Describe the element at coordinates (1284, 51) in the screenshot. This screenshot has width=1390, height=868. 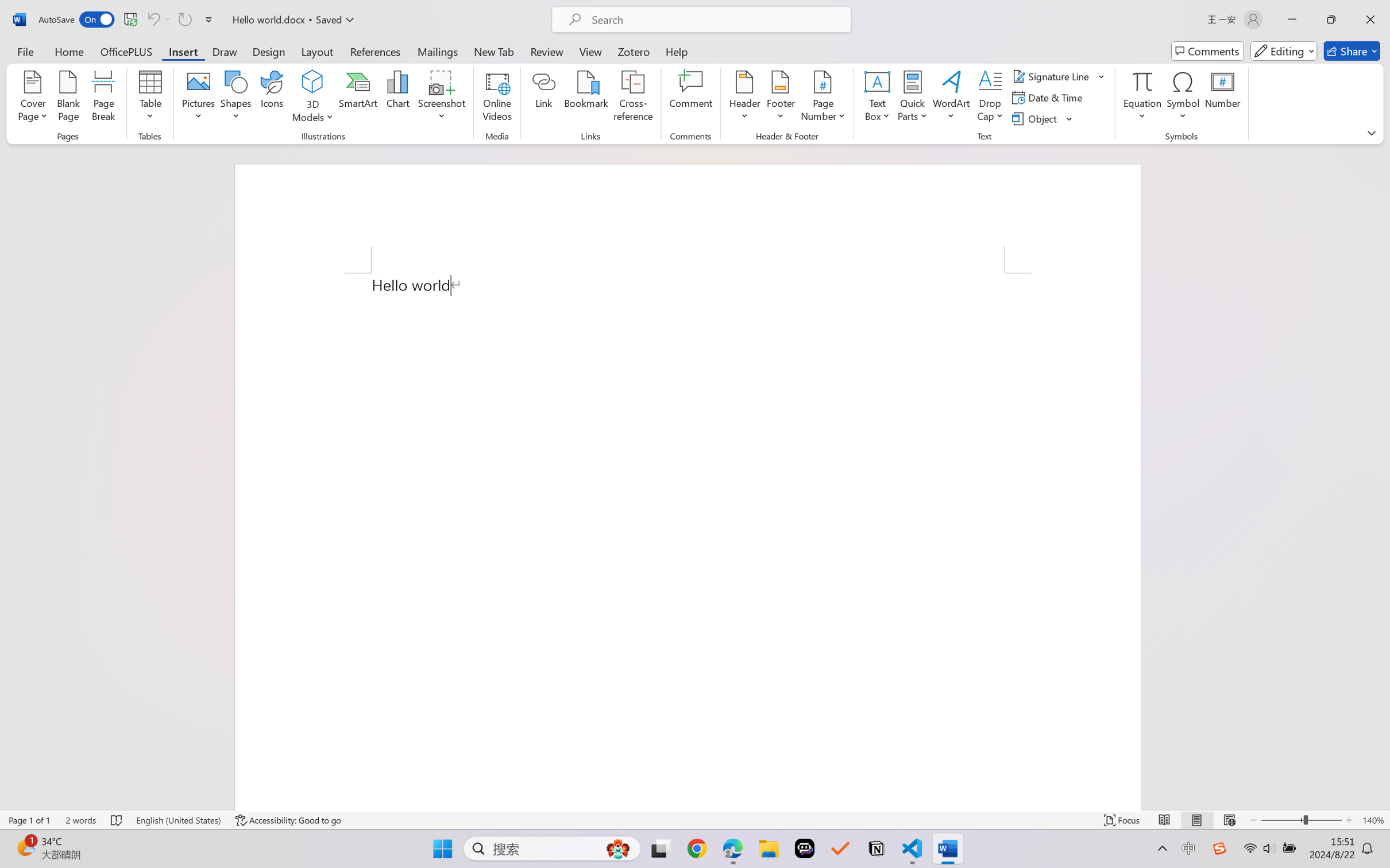
I see `'Mode'` at that location.